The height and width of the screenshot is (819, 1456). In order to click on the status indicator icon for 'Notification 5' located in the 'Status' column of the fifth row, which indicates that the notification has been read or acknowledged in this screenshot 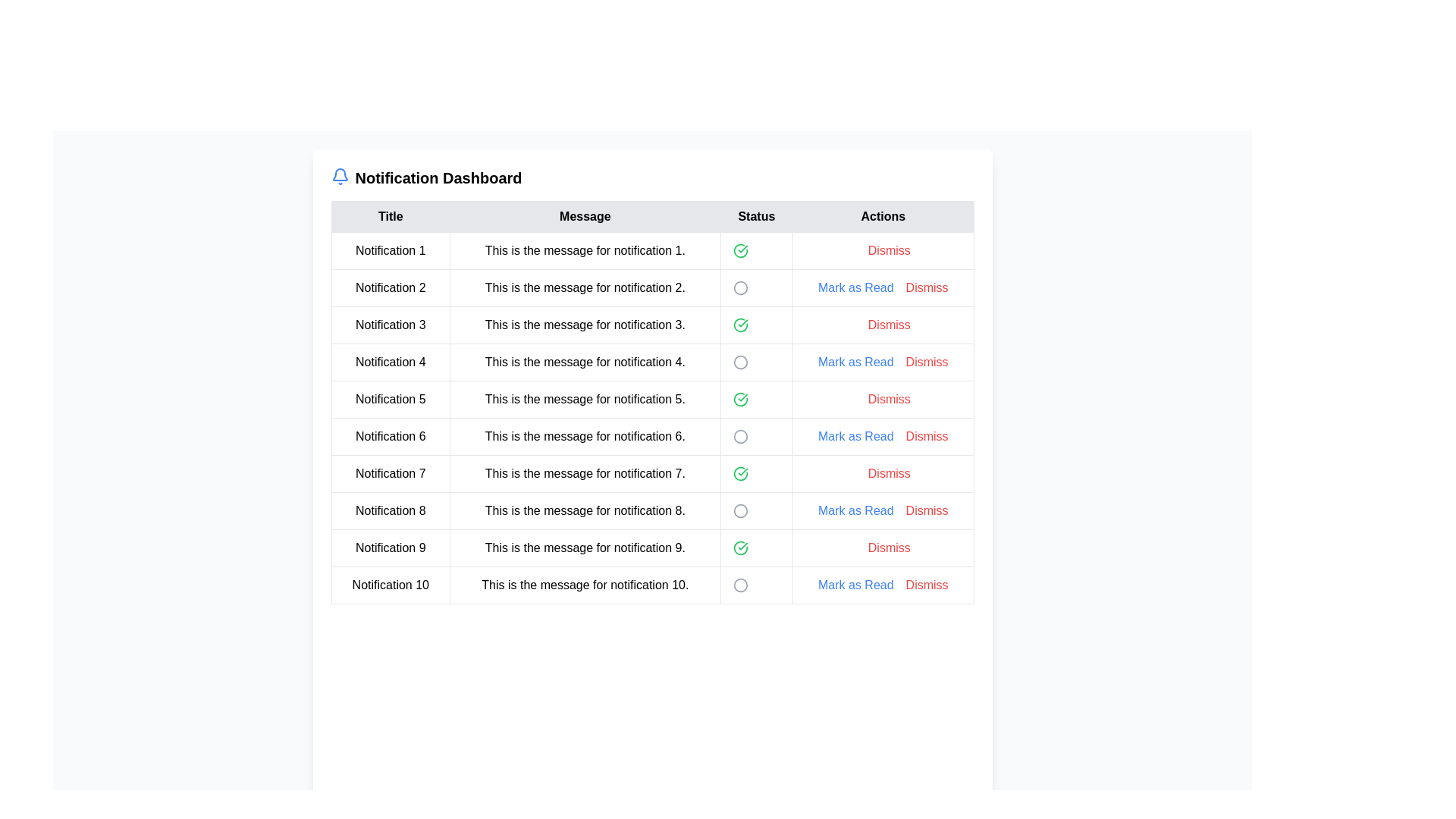, I will do `click(740, 399)`.